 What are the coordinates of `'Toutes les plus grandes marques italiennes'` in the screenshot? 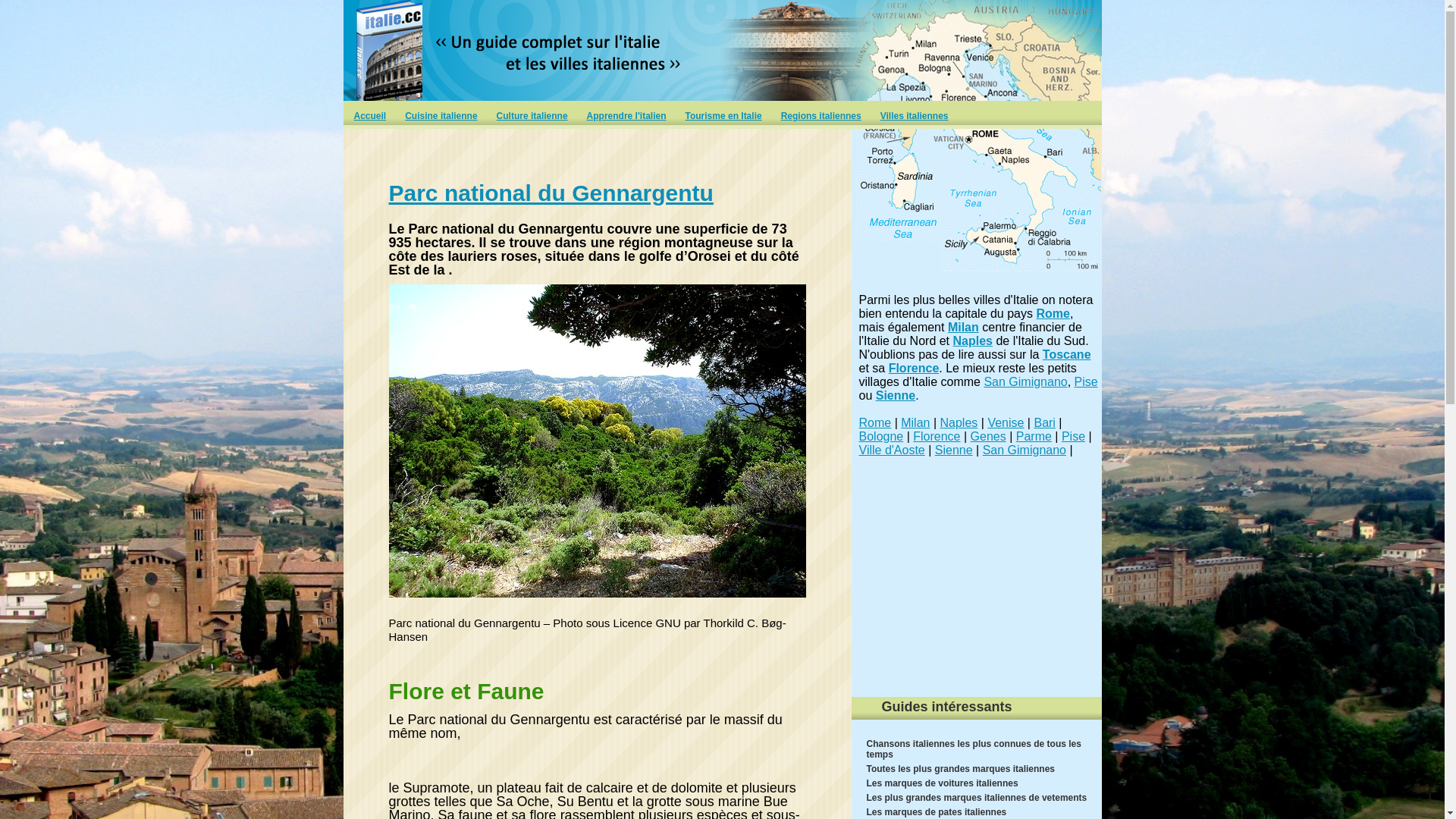 It's located at (866, 769).